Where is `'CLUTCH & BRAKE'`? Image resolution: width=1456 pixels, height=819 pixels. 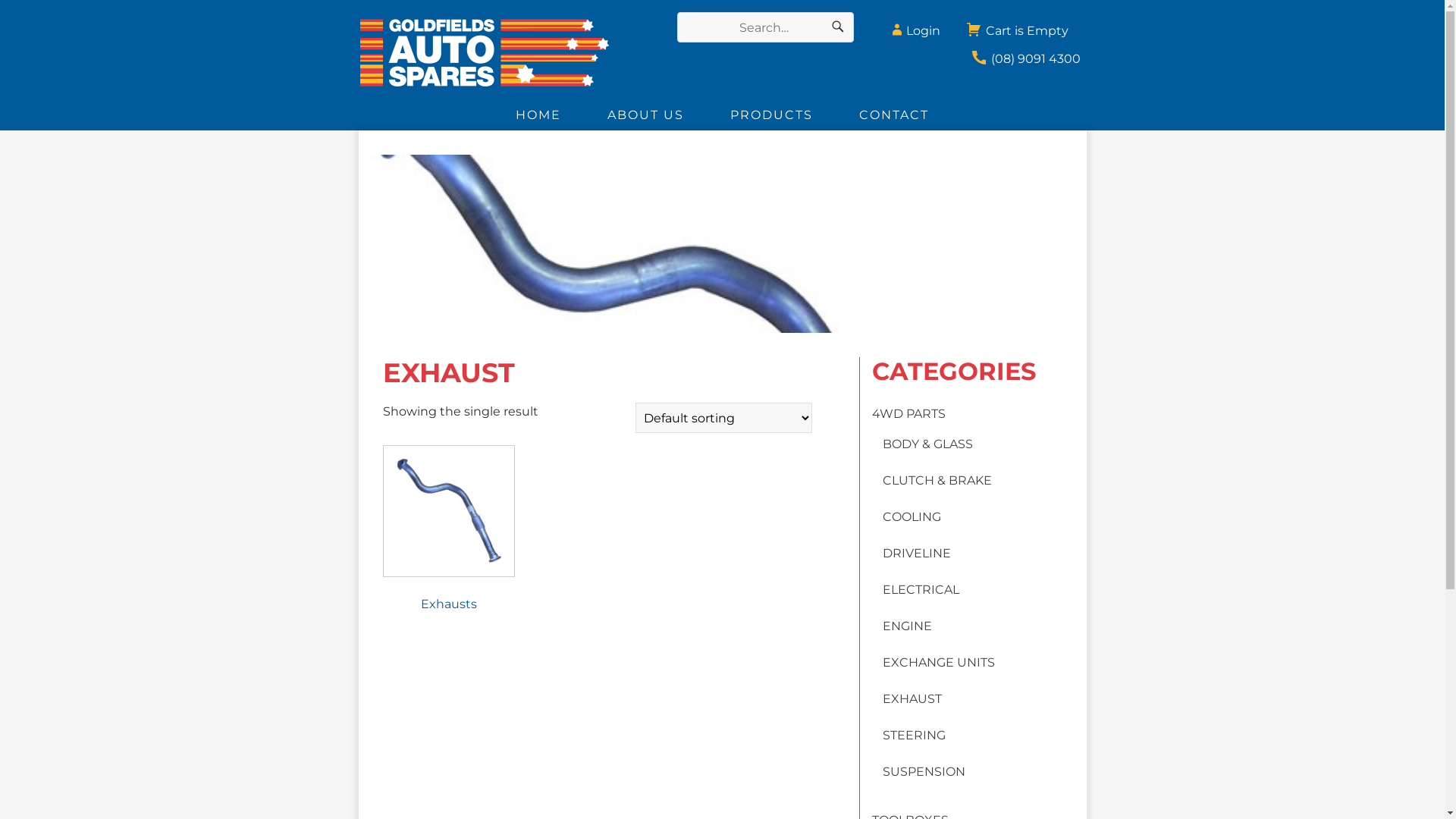 'CLUTCH & BRAKE' is located at coordinates (882, 480).